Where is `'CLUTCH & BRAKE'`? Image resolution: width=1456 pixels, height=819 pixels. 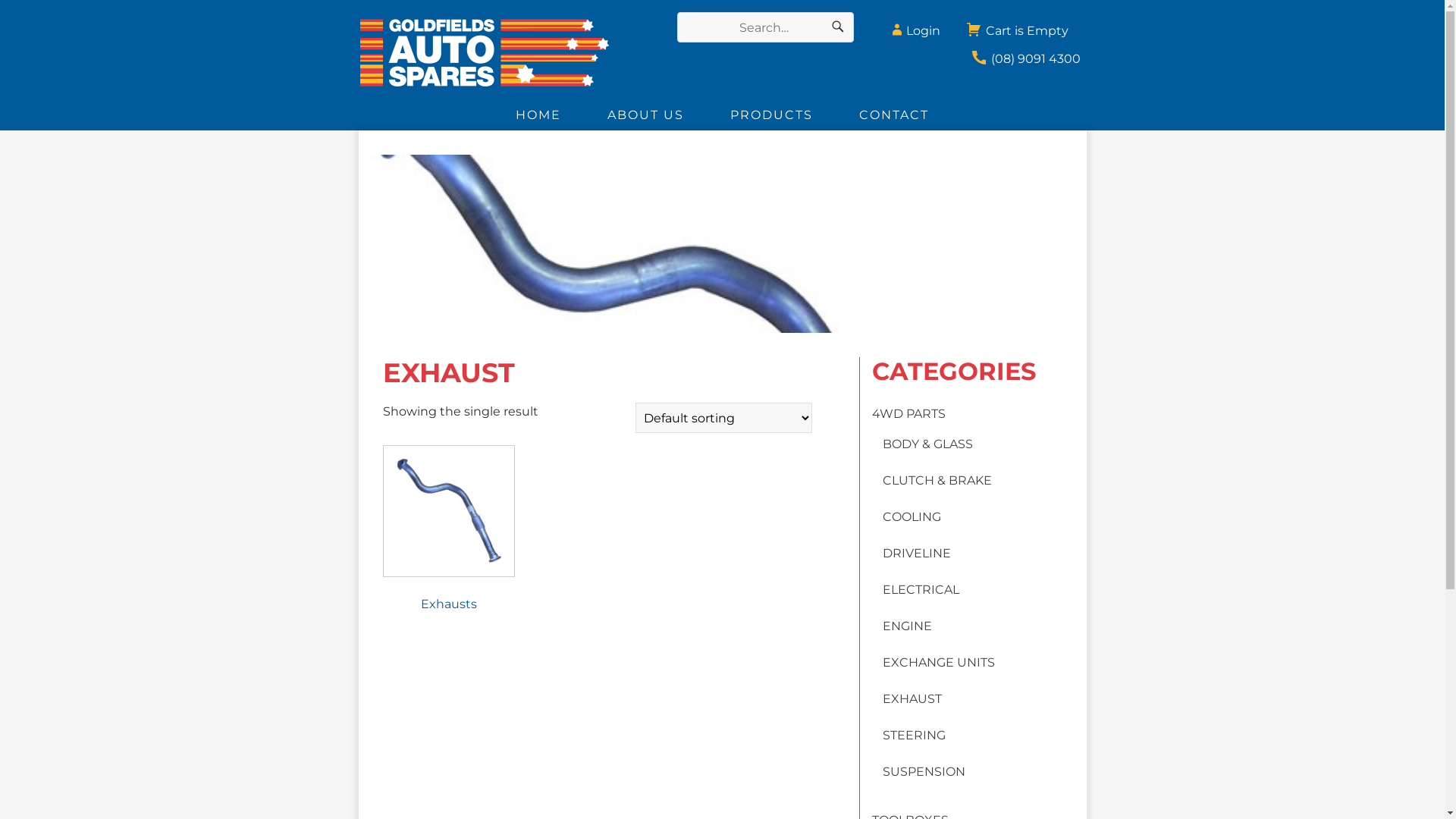 'CLUTCH & BRAKE' is located at coordinates (882, 480).